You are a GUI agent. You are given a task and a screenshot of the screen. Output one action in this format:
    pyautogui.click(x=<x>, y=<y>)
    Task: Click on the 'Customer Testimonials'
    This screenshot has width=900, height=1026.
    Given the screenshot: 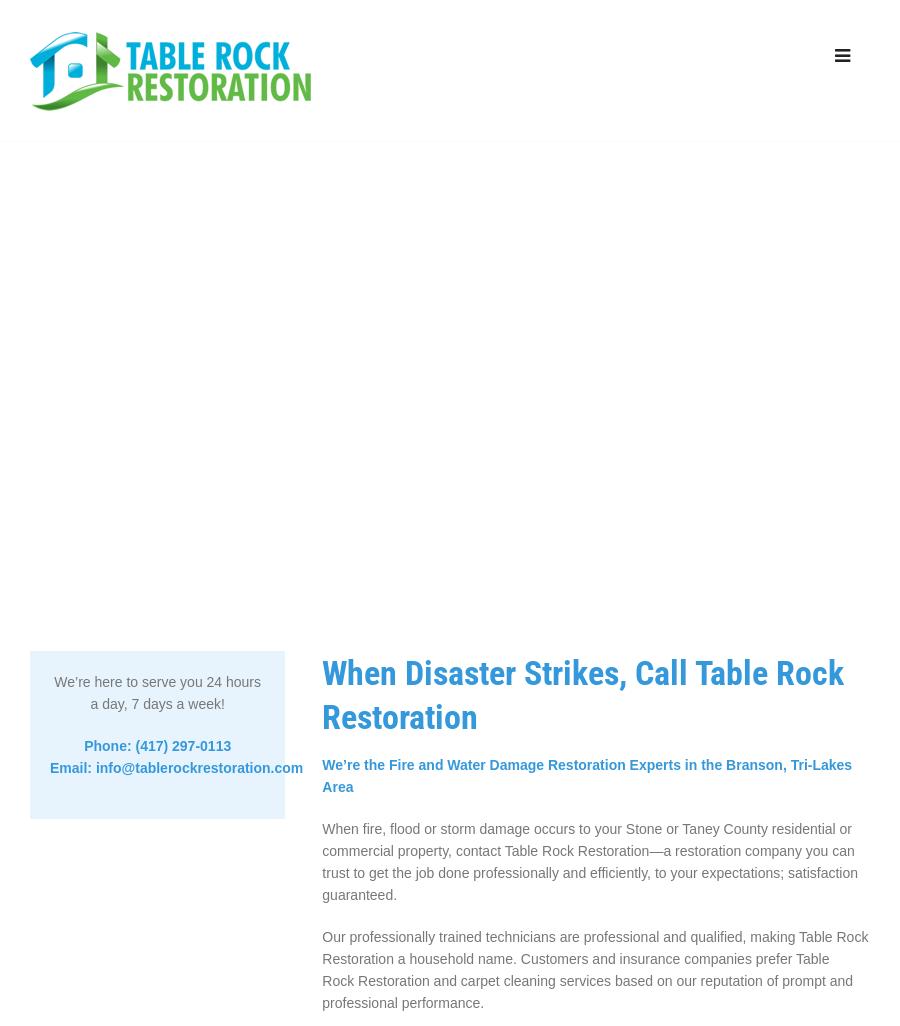 What is the action you would take?
    pyautogui.click(x=684, y=247)
    